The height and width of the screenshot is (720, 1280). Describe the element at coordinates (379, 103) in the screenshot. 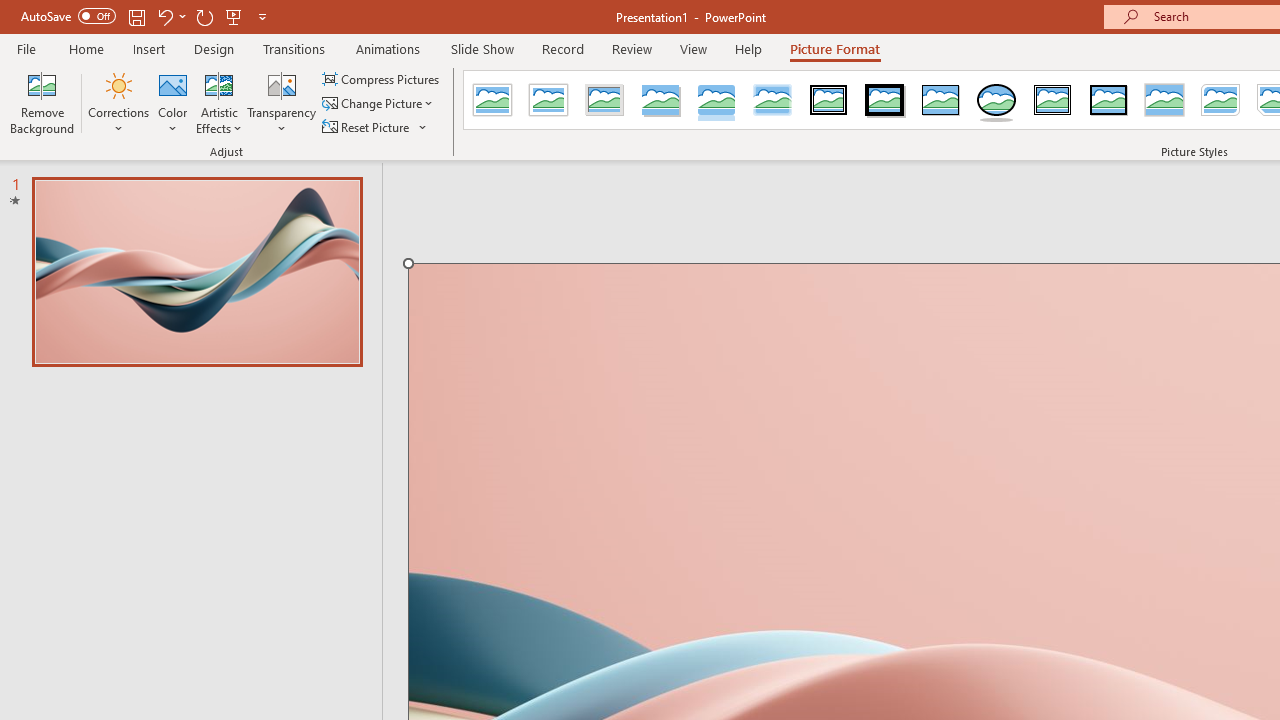

I see `'Change Picture'` at that location.